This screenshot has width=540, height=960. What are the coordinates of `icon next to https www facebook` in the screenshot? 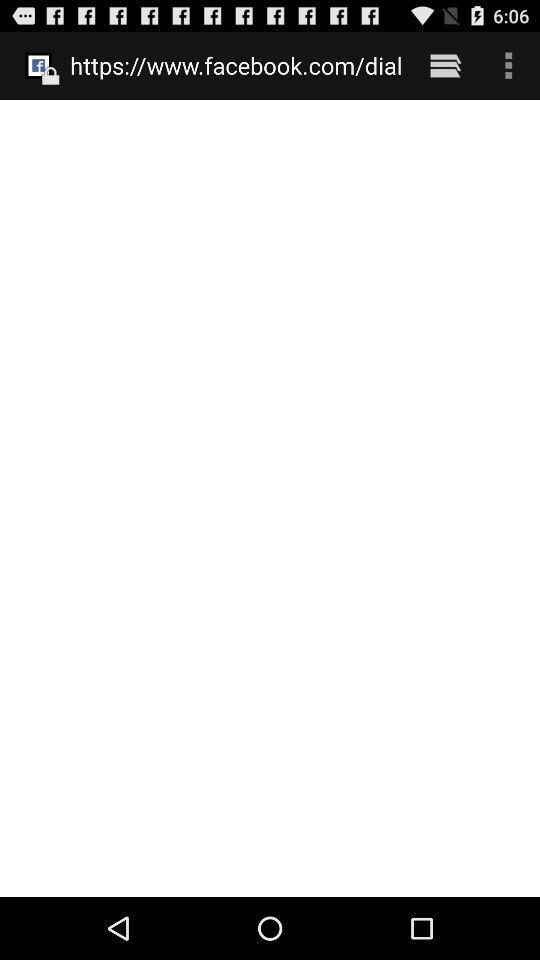 It's located at (445, 65).